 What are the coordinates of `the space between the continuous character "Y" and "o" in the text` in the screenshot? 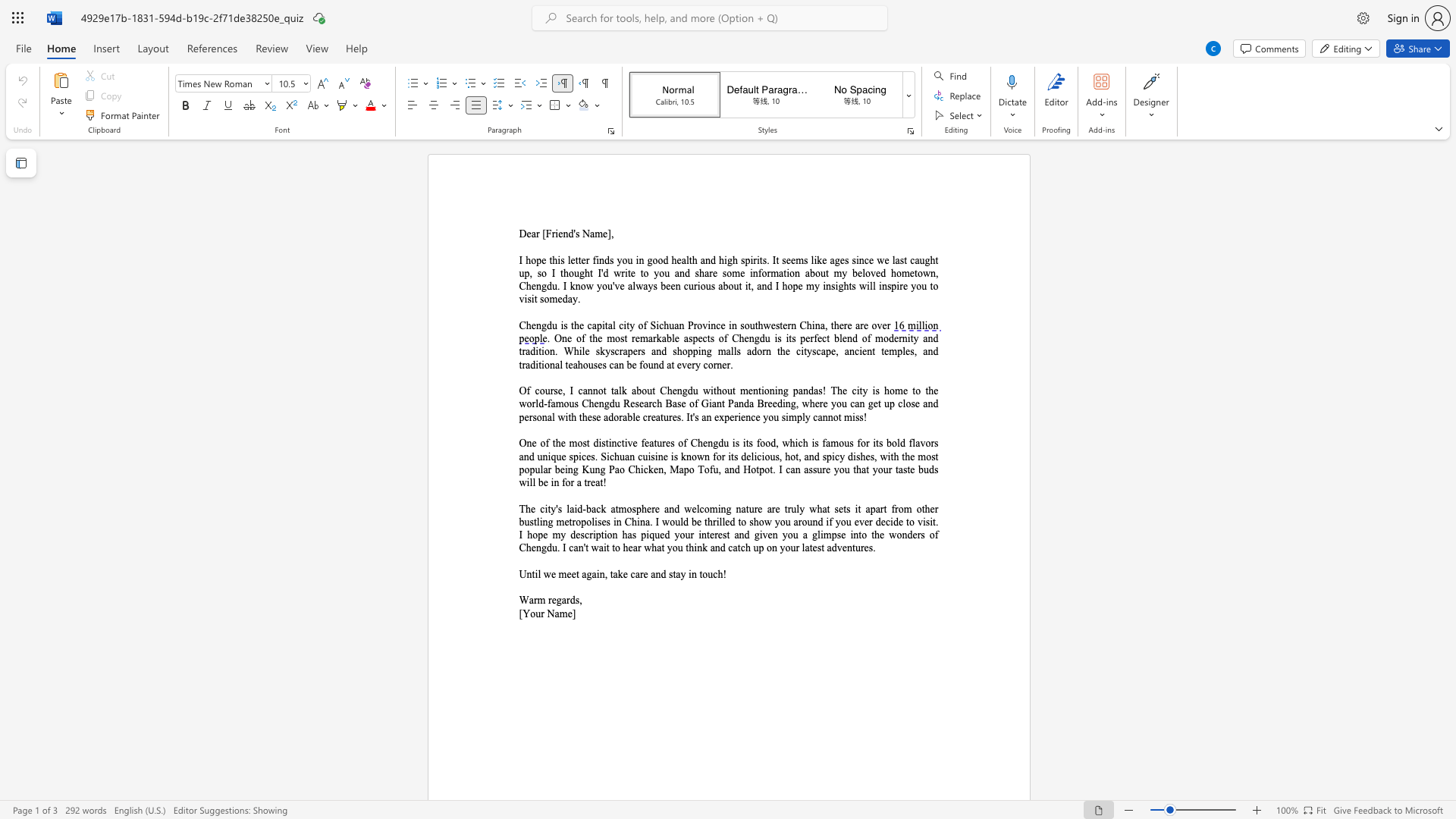 It's located at (529, 613).